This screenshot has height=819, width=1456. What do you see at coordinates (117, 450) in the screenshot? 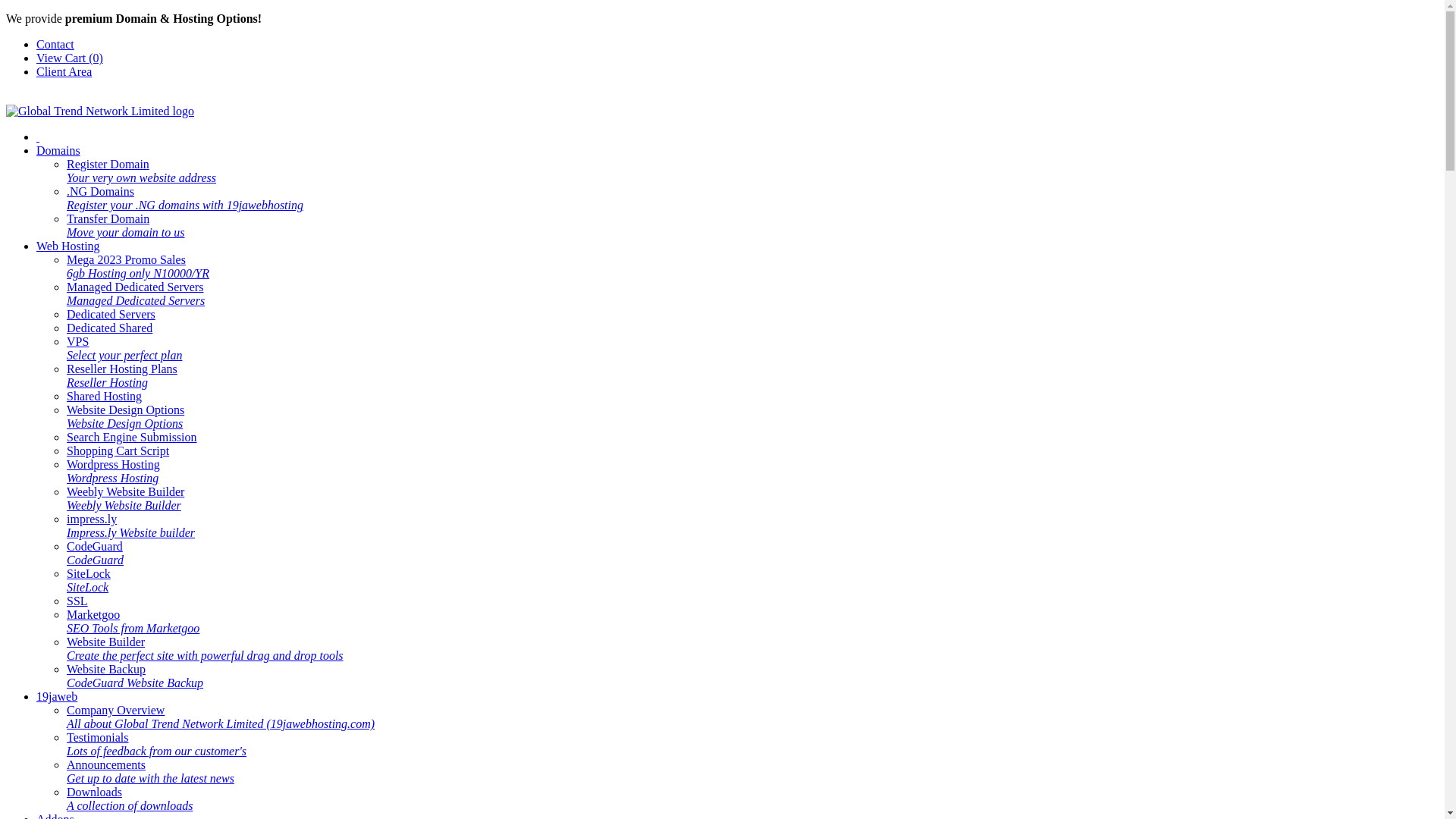
I see `'Shopping Cart Script'` at bounding box center [117, 450].